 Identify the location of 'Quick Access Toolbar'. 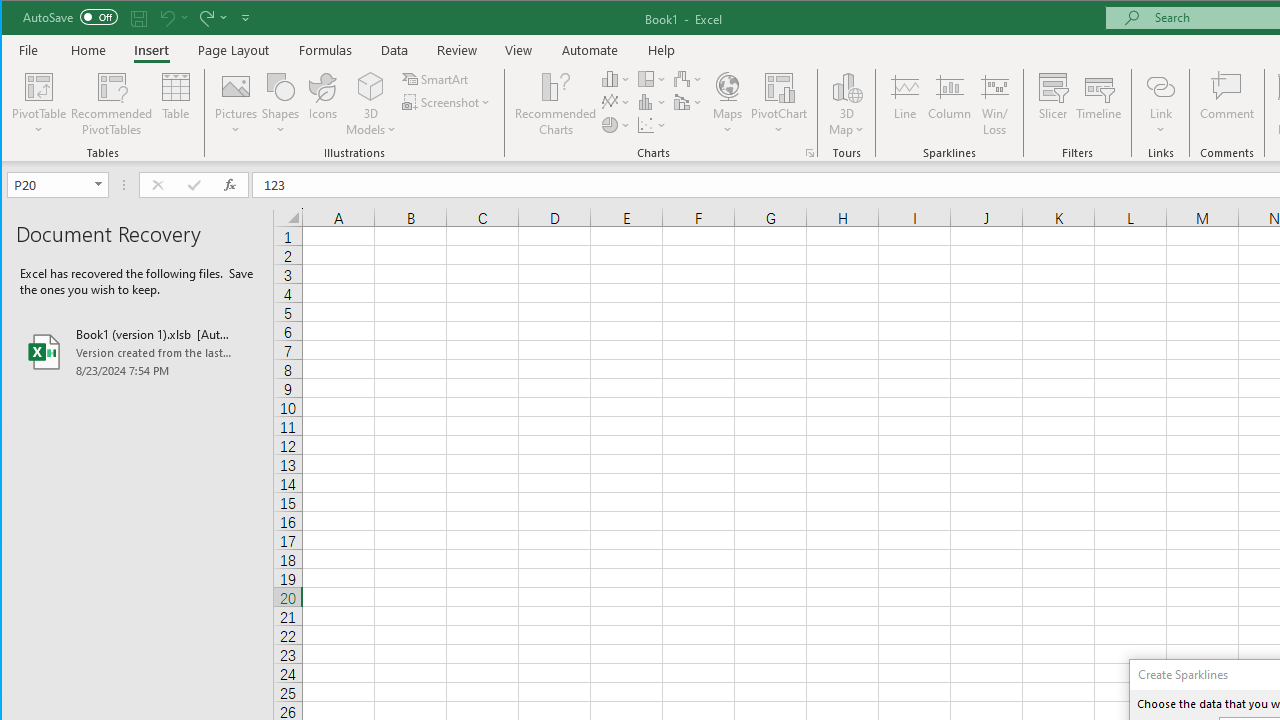
(137, 18).